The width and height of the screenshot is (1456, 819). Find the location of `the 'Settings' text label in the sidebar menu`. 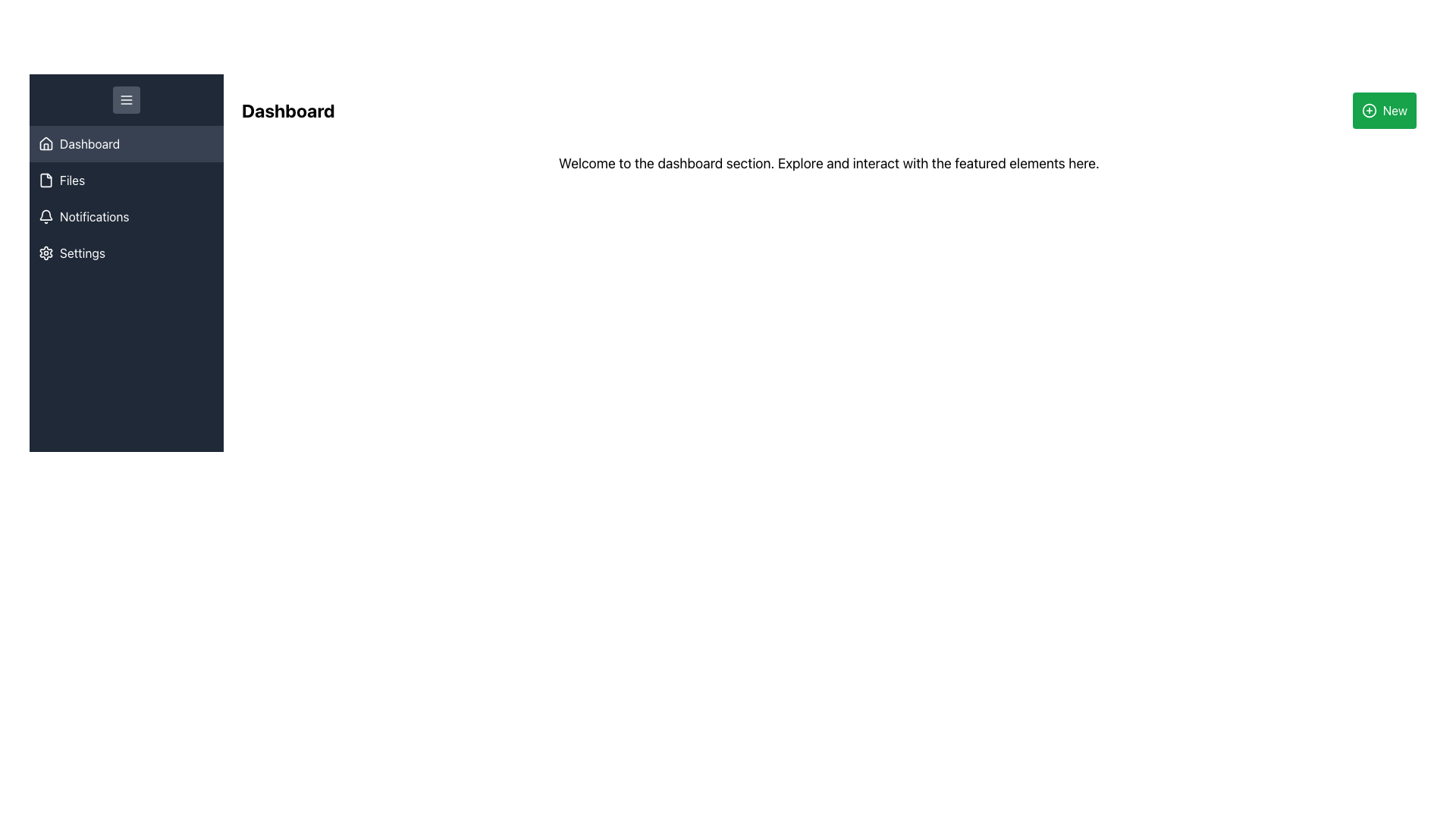

the 'Settings' text label in the sidebar menu is located at coordinates (81, 253).